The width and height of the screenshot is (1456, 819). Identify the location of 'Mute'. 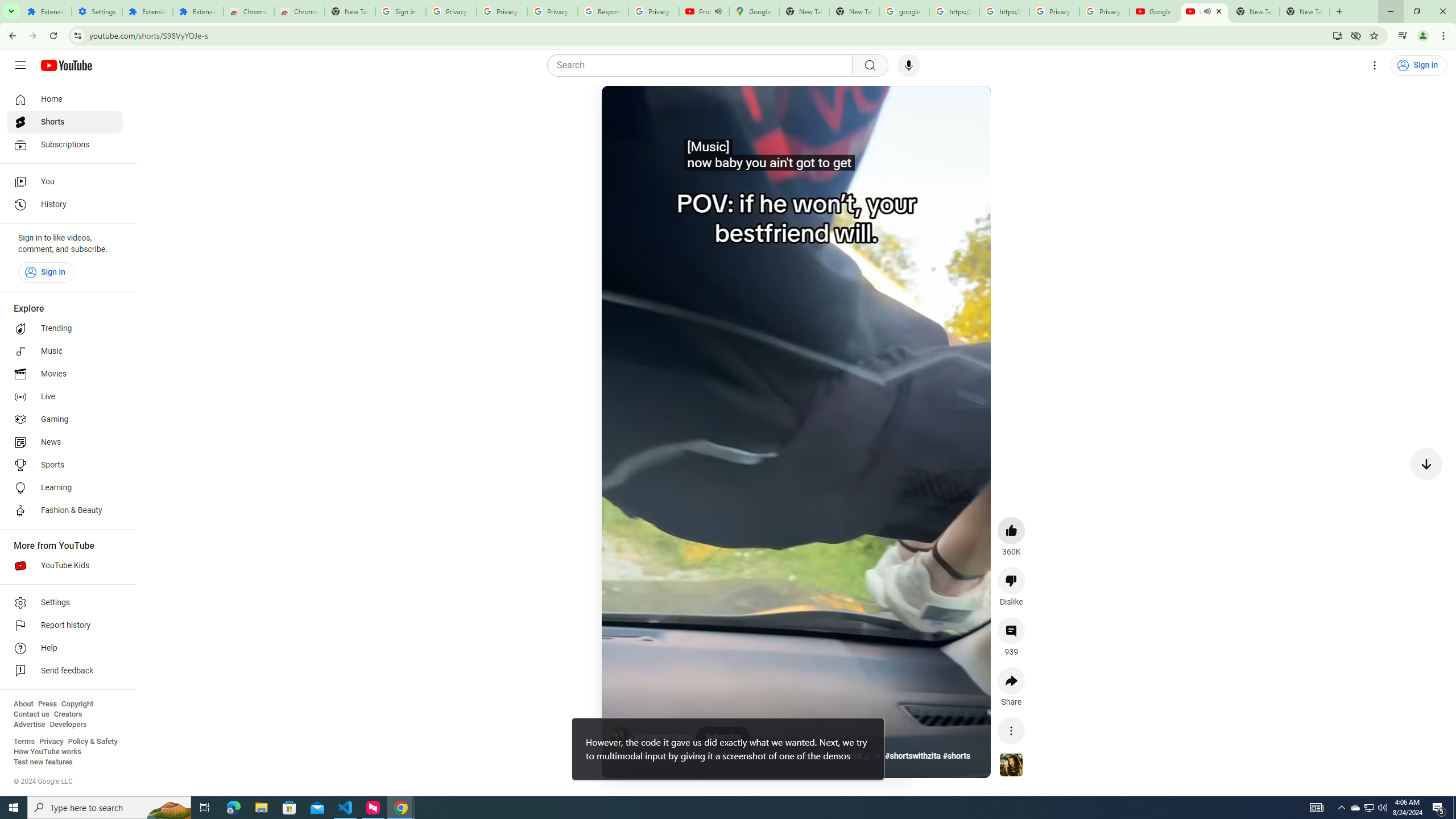
(660, 107).